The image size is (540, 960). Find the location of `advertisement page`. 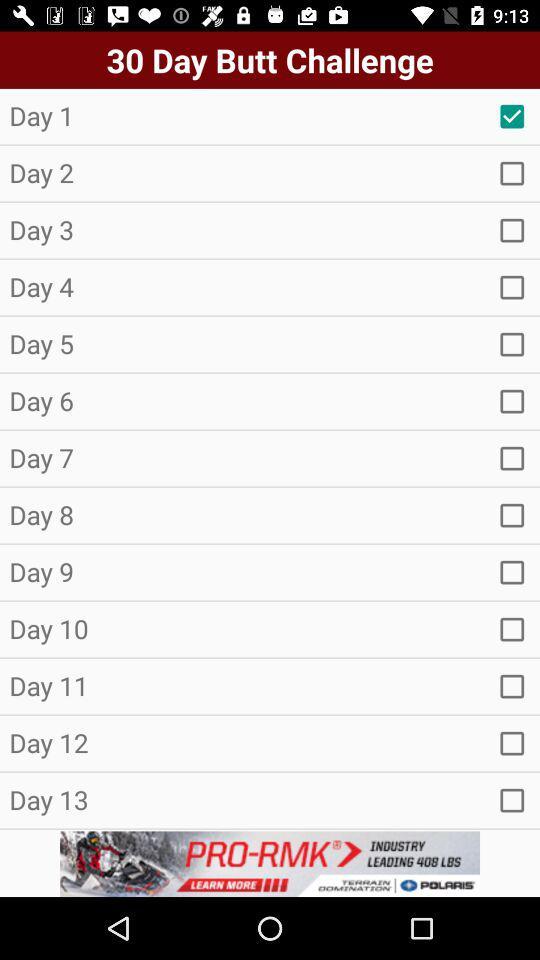

advertisement page is located at coordinates (270, 863).